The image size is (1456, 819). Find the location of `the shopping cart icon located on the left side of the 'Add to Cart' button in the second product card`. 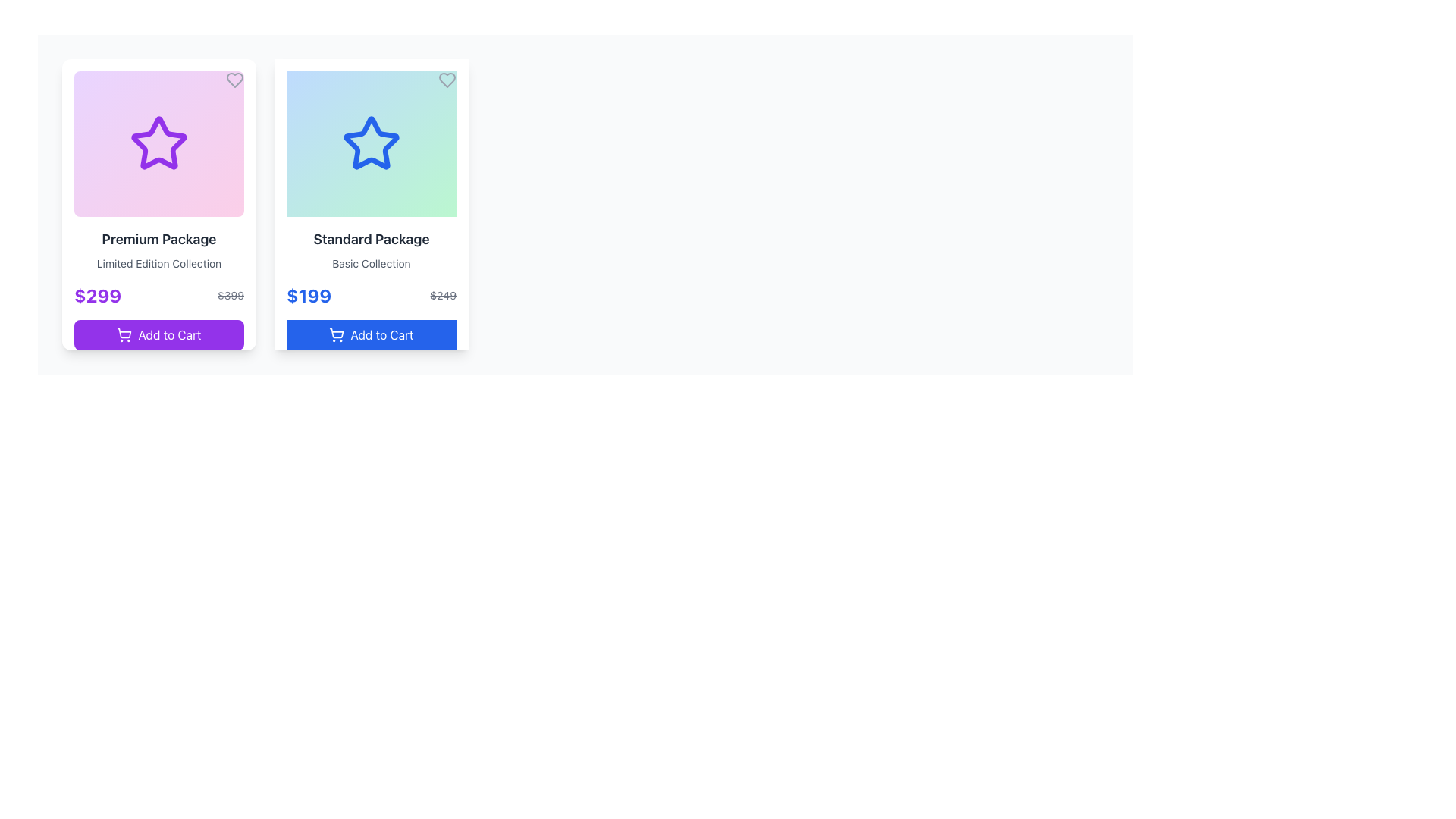

the shopping cart icon located on the left side of the 'Add to Cart' button in the second product card is located at coordinates (336, 334).